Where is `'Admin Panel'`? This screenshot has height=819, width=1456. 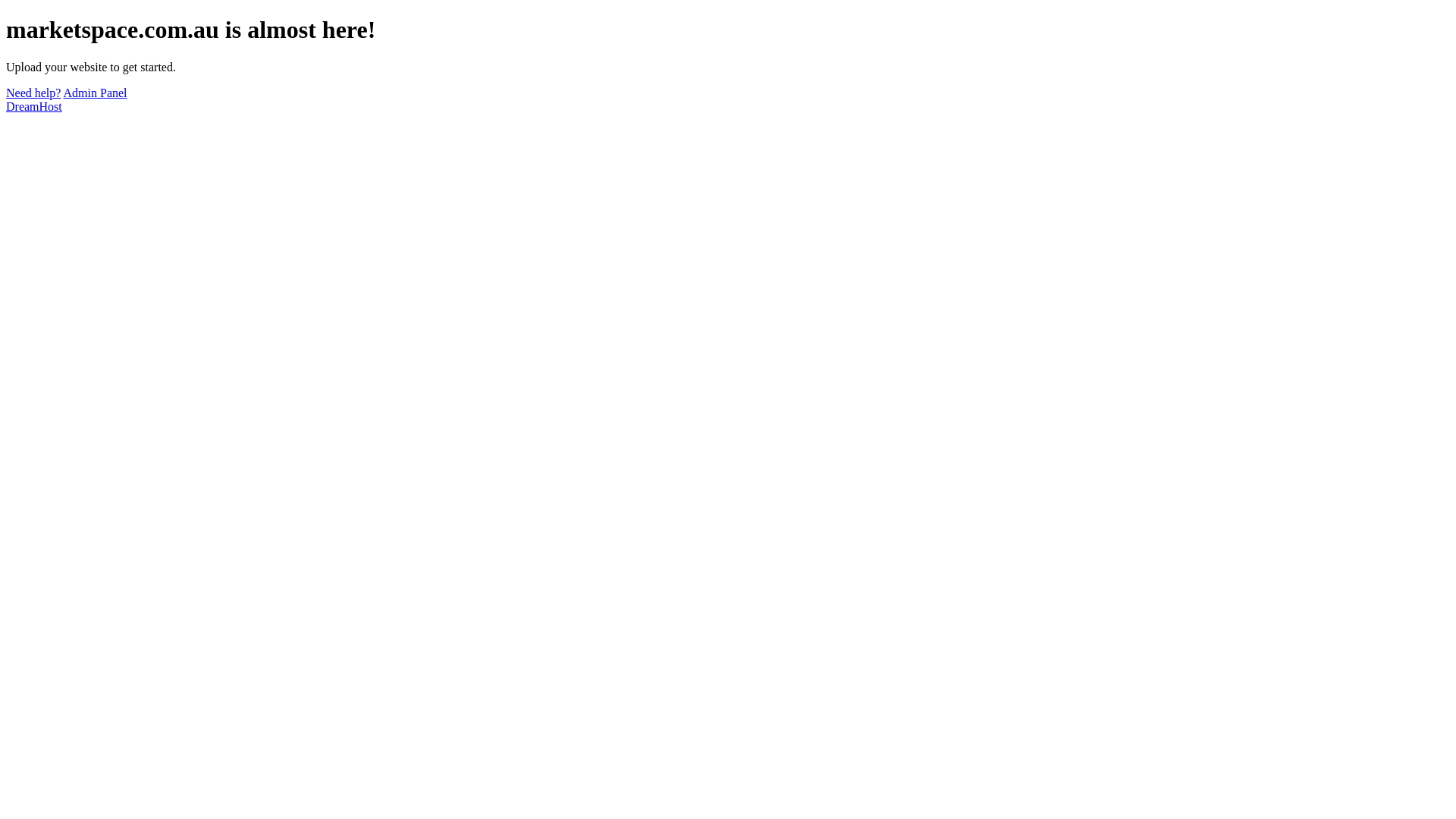 'Admin Panel' is located at coordinates (94, 93).